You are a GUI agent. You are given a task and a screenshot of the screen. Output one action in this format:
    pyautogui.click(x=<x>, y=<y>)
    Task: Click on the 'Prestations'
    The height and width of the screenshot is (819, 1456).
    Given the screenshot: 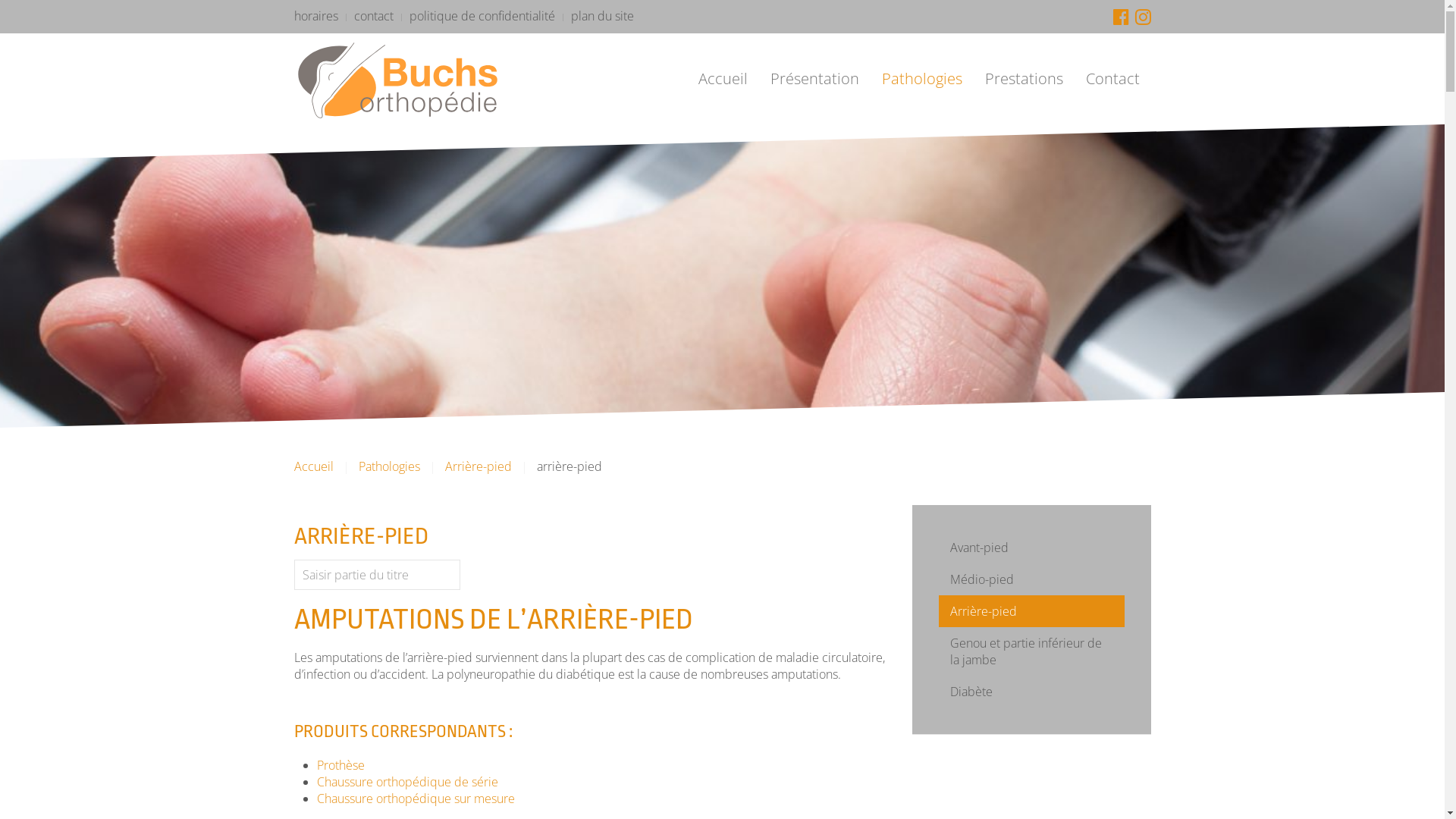 What is the action you would take?
    pyautogui.click(x=1024, y=79)
    